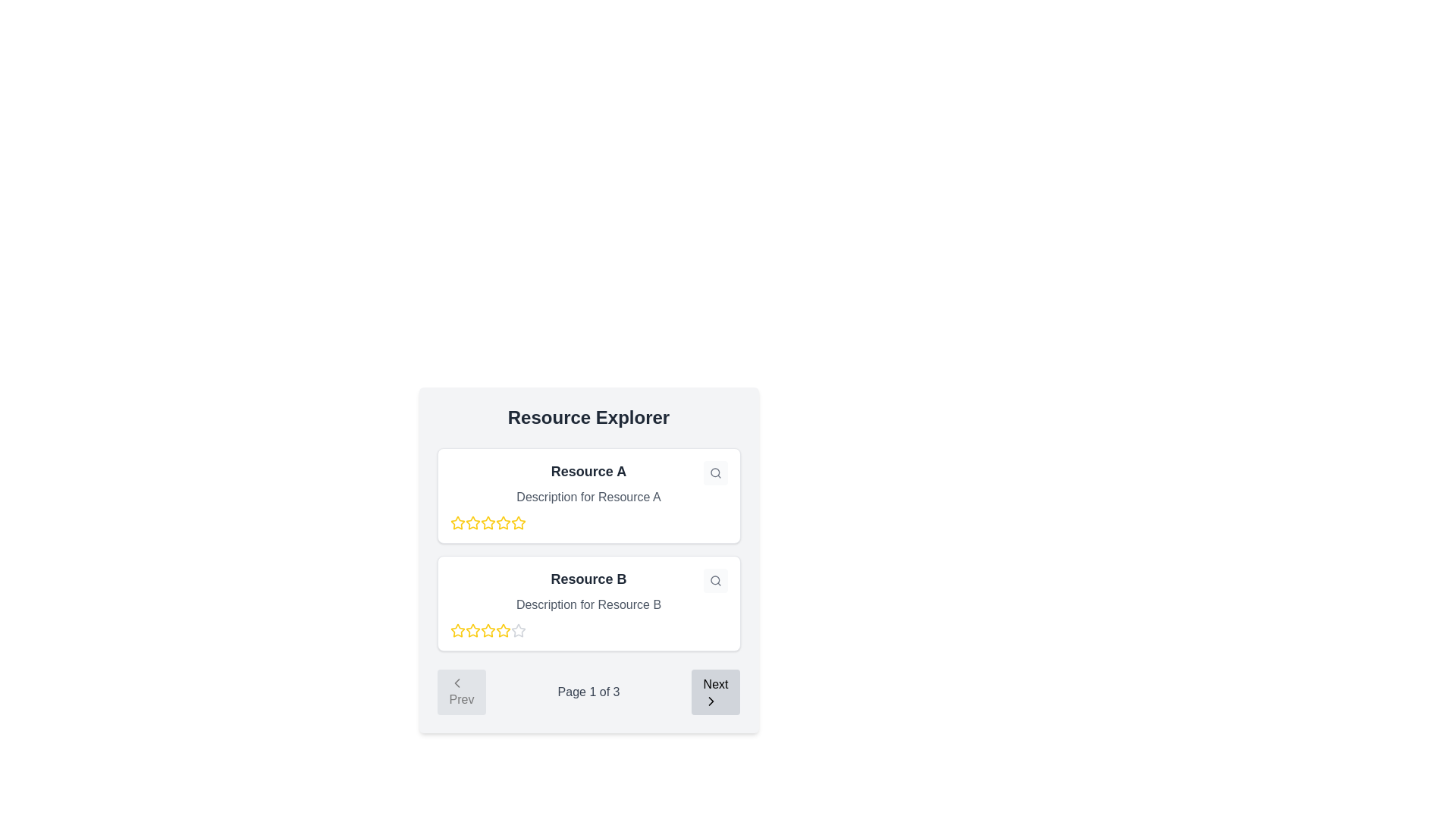  What do you see at coordinates (503, 631) in the screenshot?
I see `the fifth yellow star icon in the rating system under 'Resource B' in the second card of the 'Resource Explorer' section` at bounding box center [503, 631].